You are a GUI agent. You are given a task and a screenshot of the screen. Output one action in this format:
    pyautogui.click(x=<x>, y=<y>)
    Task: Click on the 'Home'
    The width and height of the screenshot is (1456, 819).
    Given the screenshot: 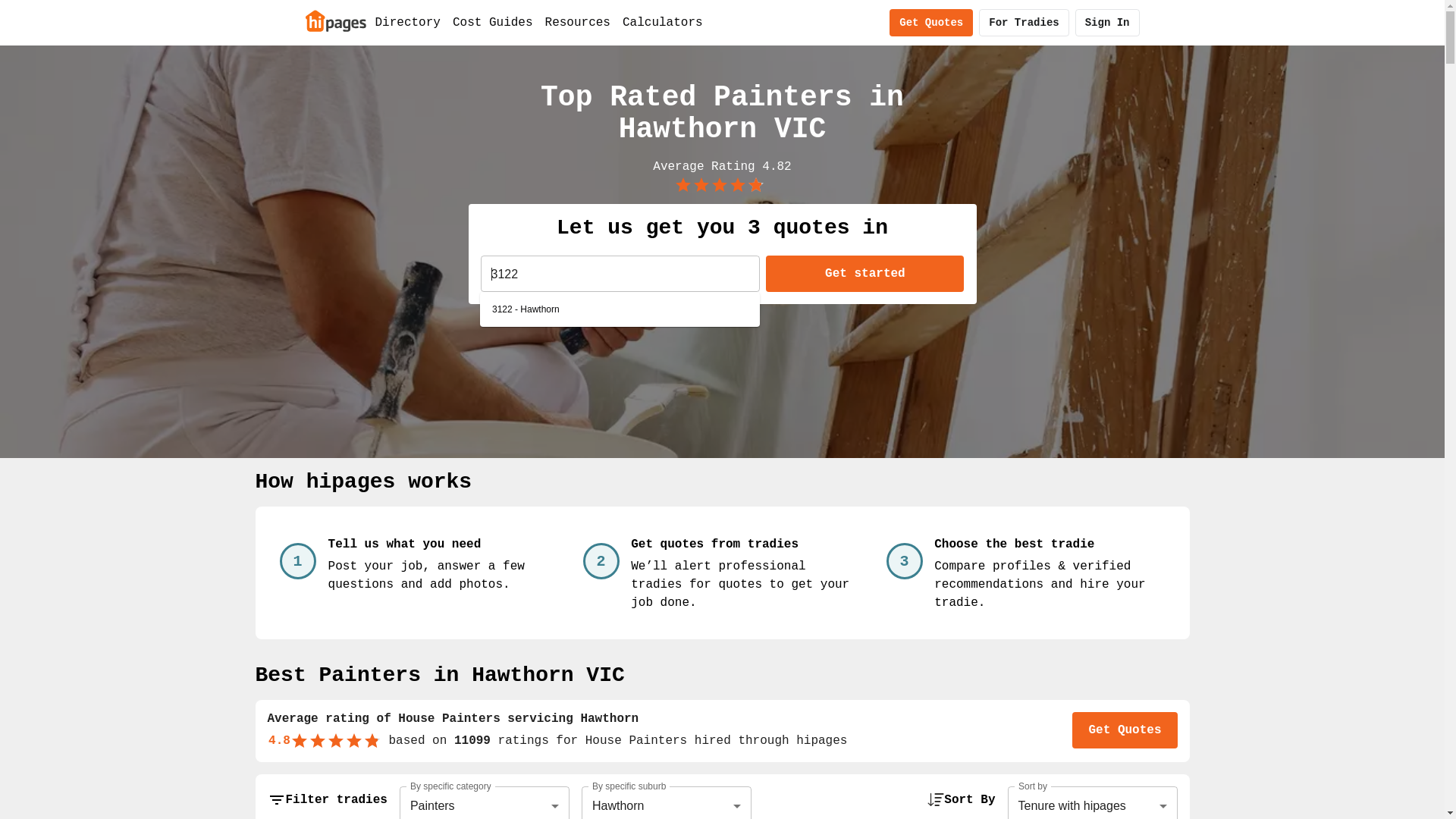 What is the action you would take?
    pyautogui.click(x=334, y=20)
    